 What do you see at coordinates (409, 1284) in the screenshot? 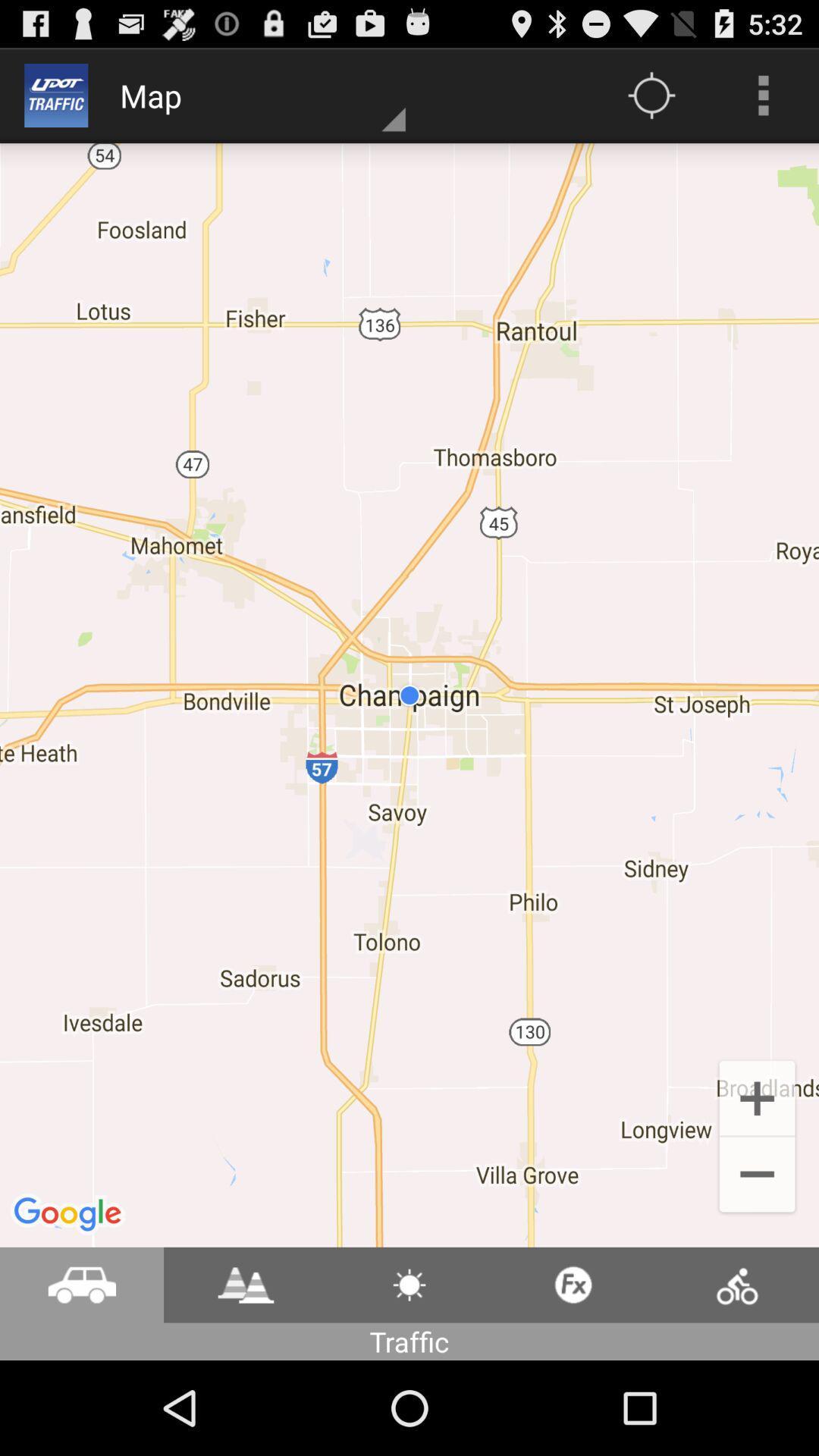
I see `show road weather conditions` at bounding box center [409, 1284].